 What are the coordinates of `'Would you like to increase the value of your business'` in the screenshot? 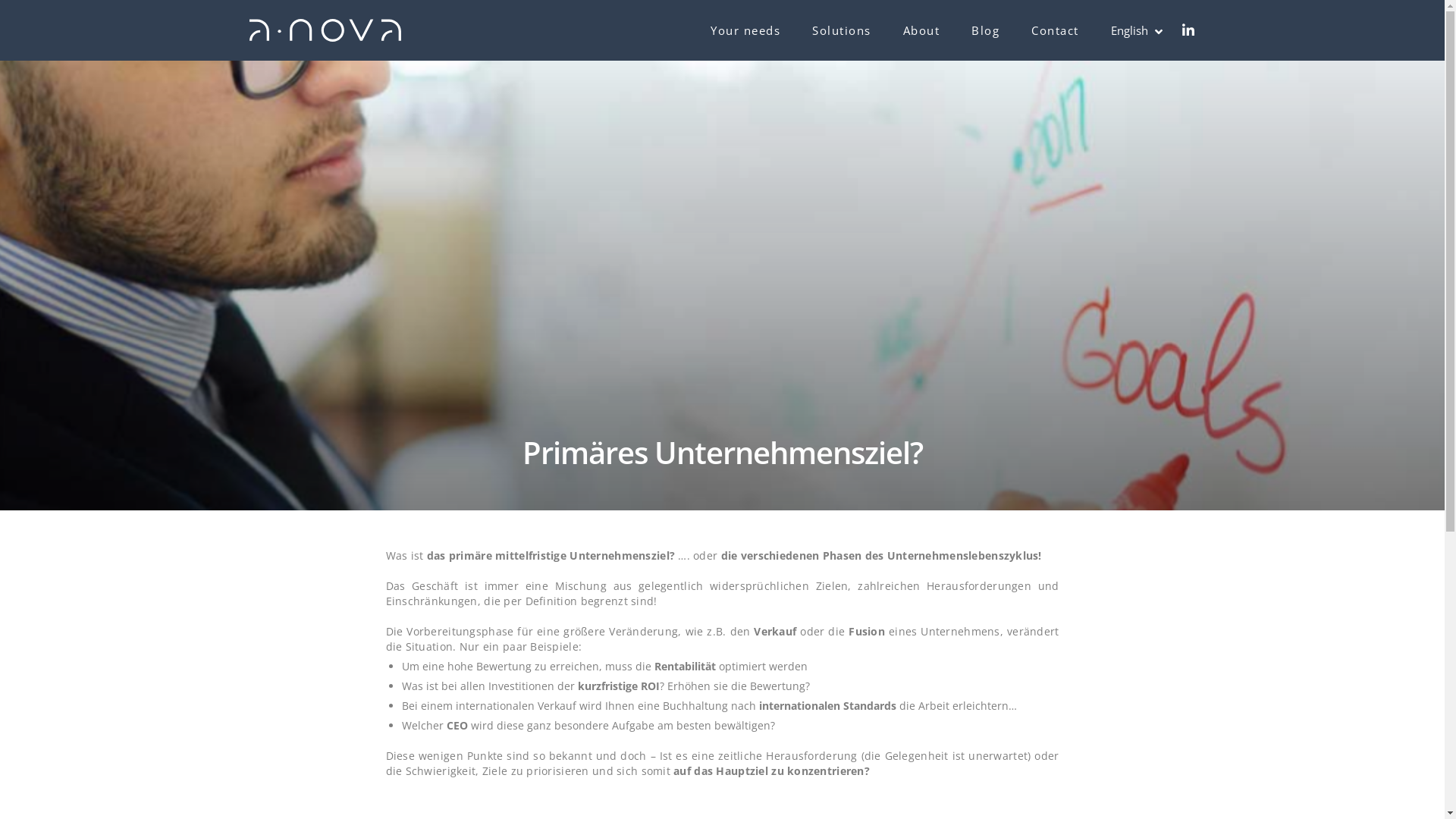 It's located at (734, 543).